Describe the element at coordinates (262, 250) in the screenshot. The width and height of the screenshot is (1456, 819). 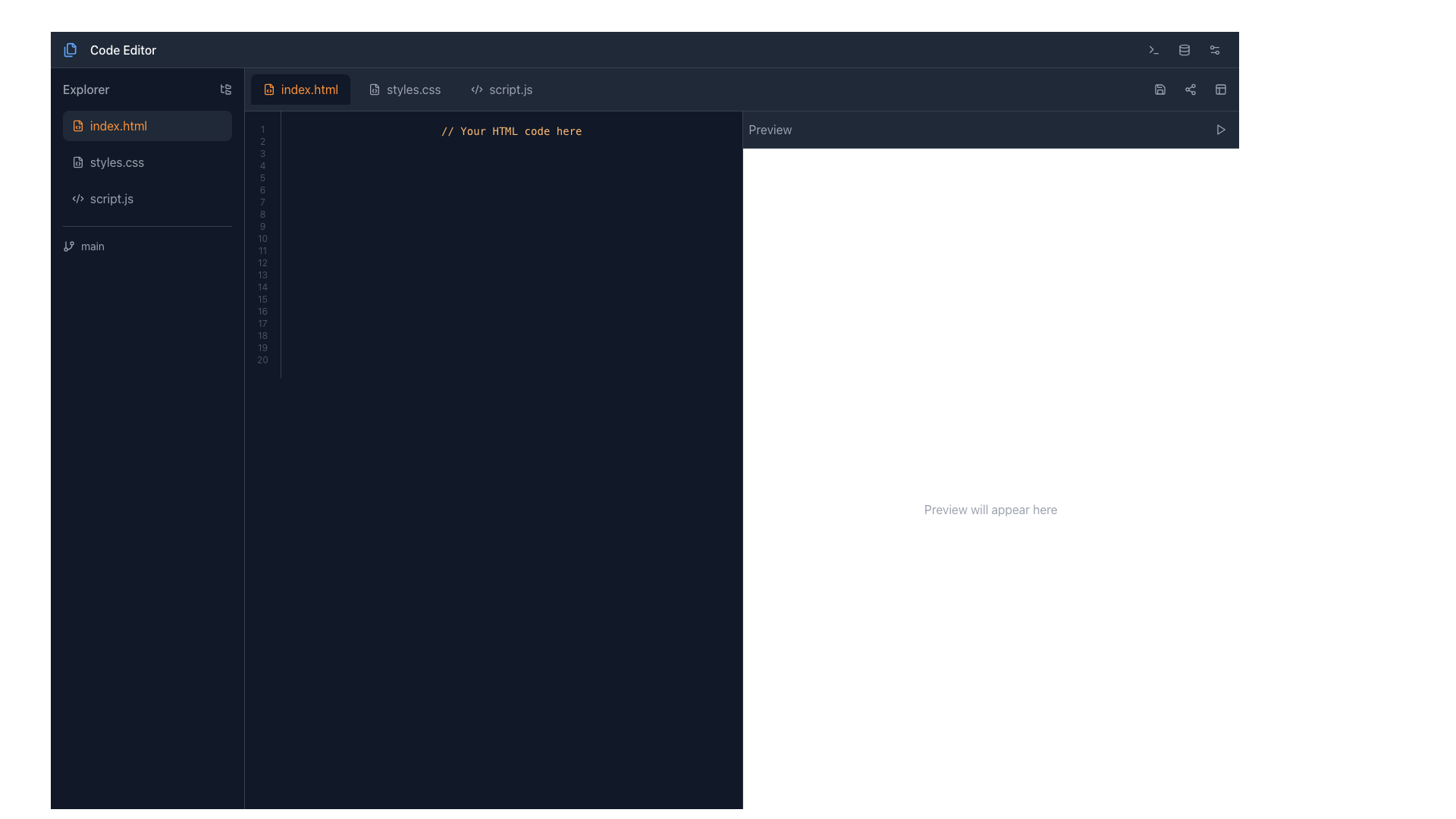
I see `the label displaying the text '11' in light gray color, which is the 11th item in a vertical list of numbers from 1 to 20 in the left panel` at that location.